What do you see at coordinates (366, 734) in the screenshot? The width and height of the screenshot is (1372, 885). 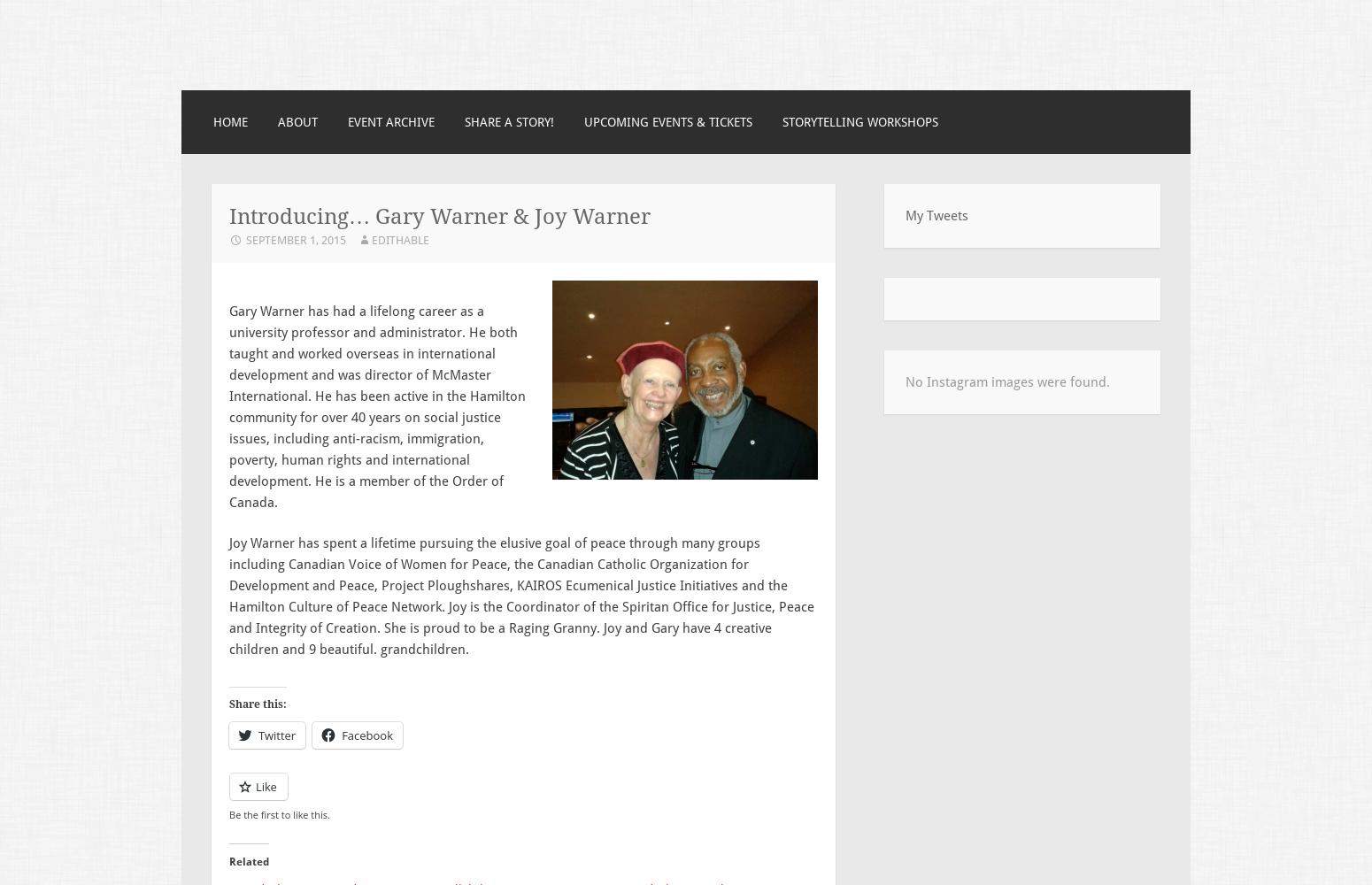 I see `'Facebook'` at bounding box center [366, 734].